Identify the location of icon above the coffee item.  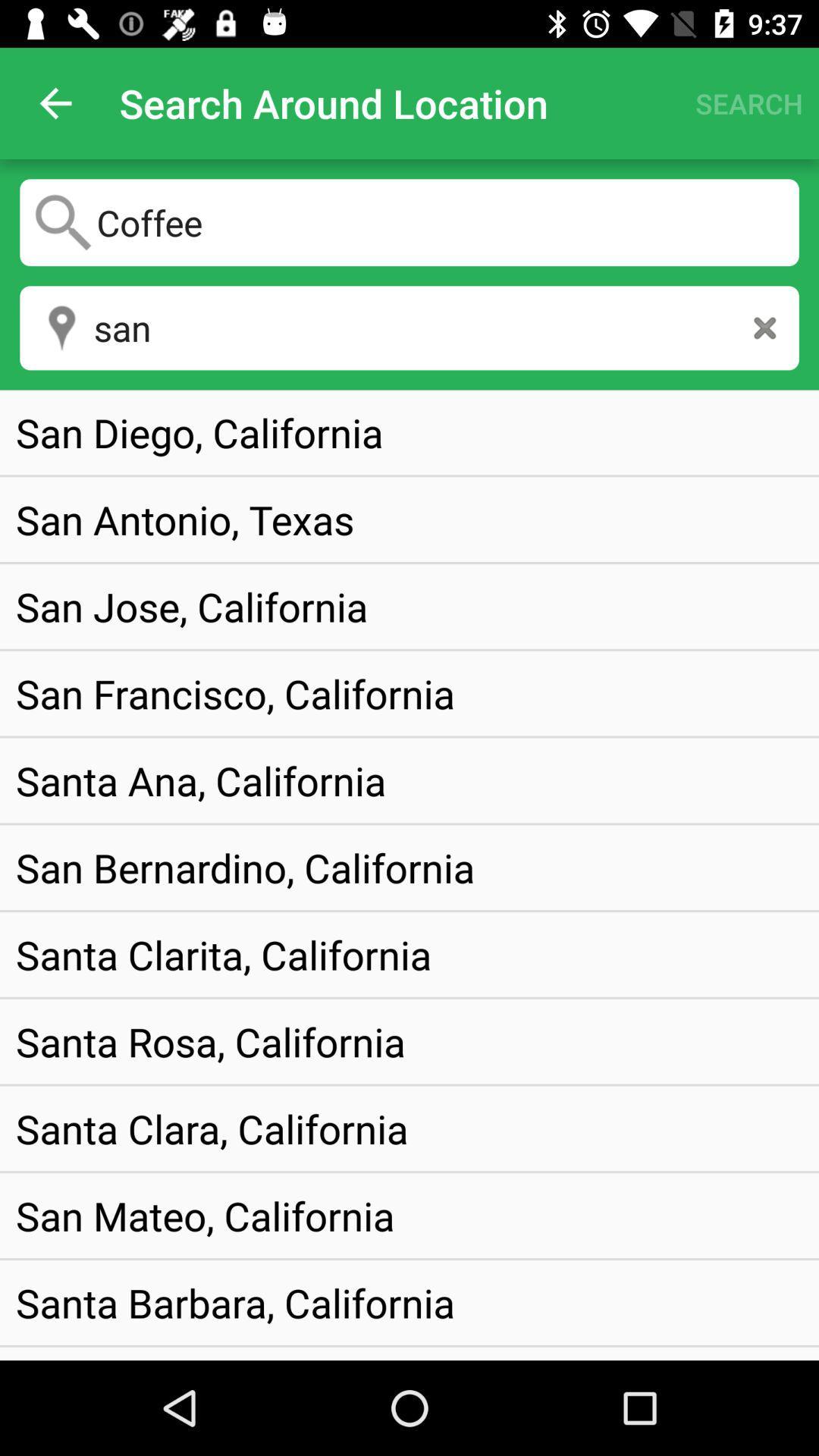
(55, 102).